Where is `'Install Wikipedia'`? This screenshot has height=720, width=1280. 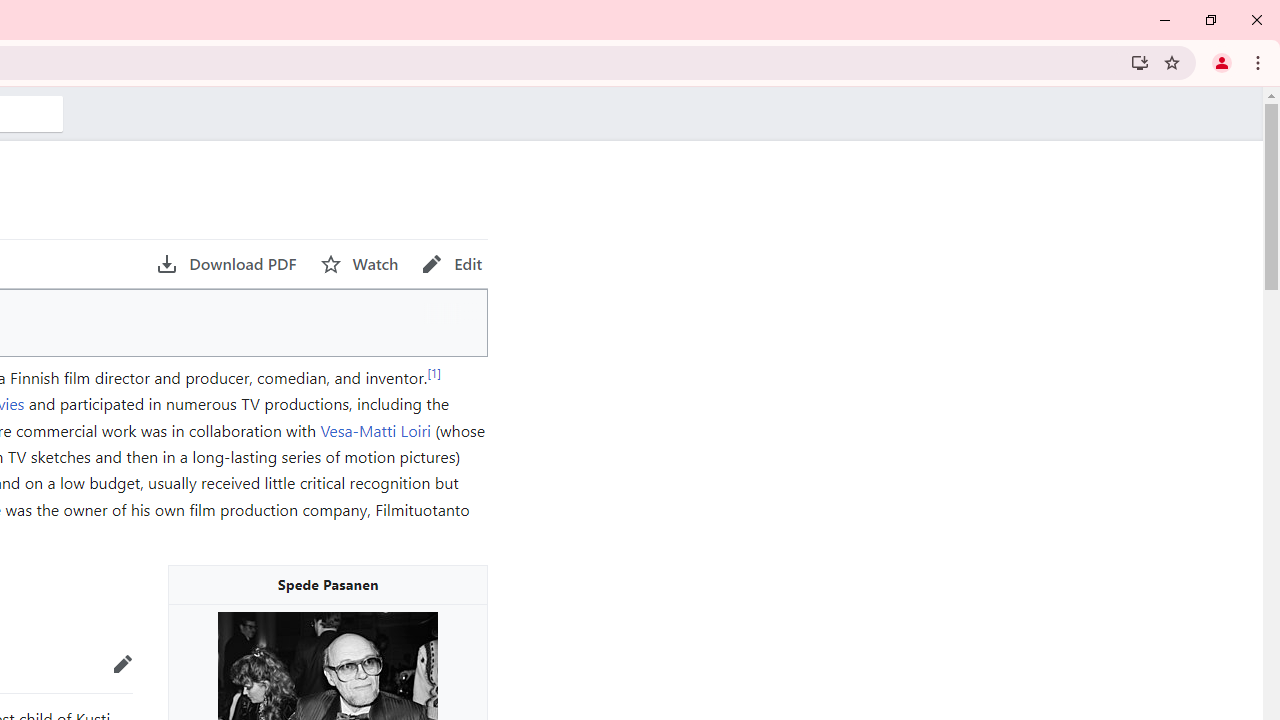
'Install Wikipedia' is located at coordinates (1139, 61).